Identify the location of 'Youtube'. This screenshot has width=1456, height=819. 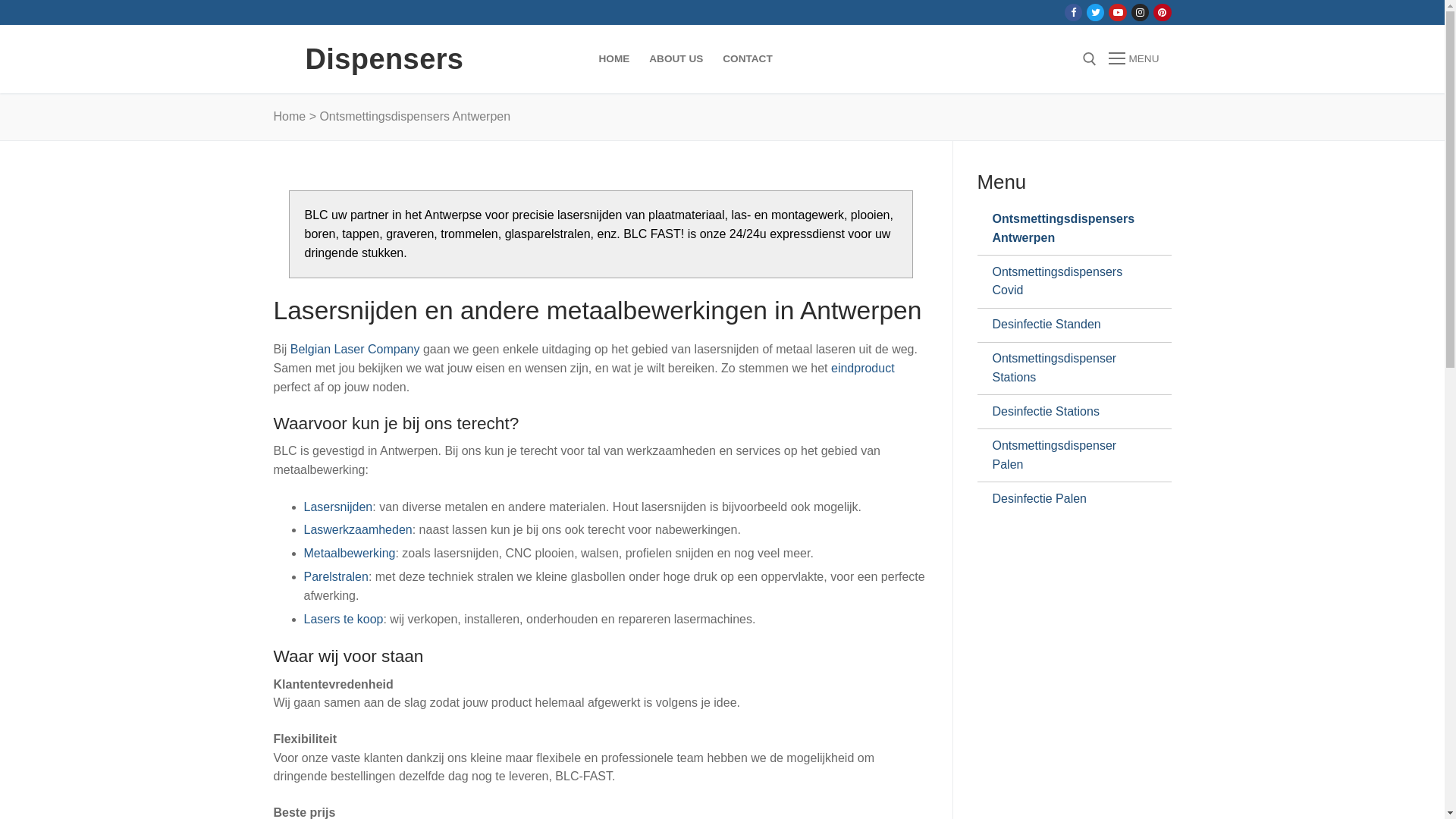
(1118, 12).